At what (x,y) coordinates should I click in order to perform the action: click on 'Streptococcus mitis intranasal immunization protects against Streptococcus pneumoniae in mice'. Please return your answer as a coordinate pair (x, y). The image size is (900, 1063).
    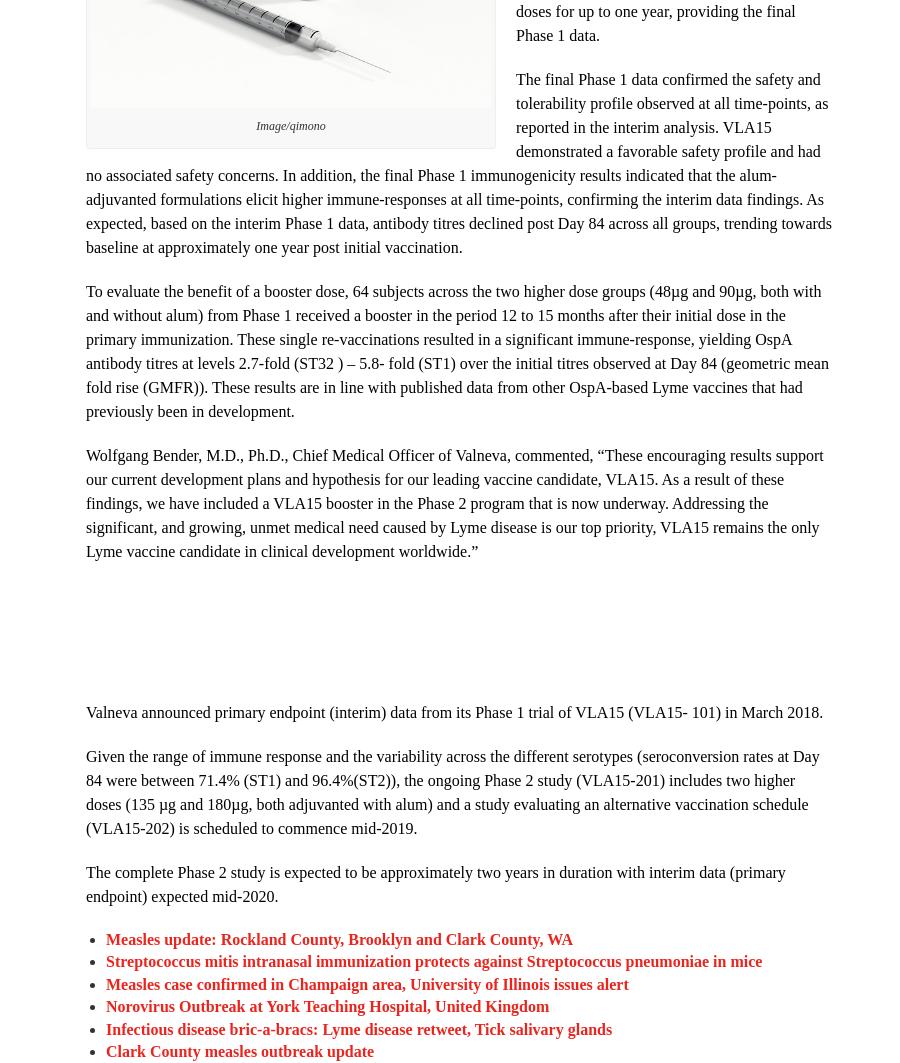
    Looking at the image, I should click on (433, 960).